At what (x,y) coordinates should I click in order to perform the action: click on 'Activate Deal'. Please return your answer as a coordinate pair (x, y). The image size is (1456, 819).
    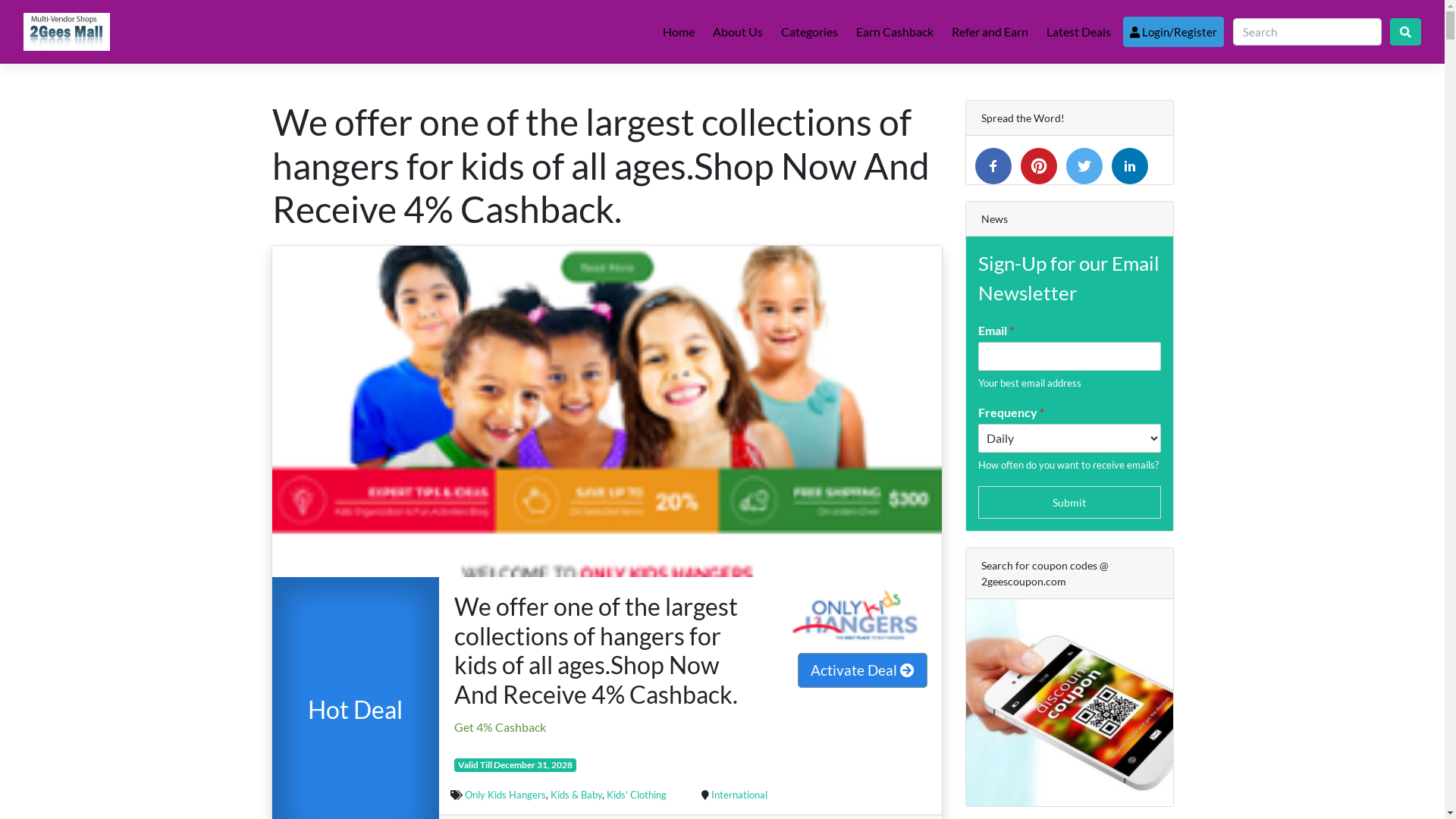
    Looking at the image, I should click on (862, 669).